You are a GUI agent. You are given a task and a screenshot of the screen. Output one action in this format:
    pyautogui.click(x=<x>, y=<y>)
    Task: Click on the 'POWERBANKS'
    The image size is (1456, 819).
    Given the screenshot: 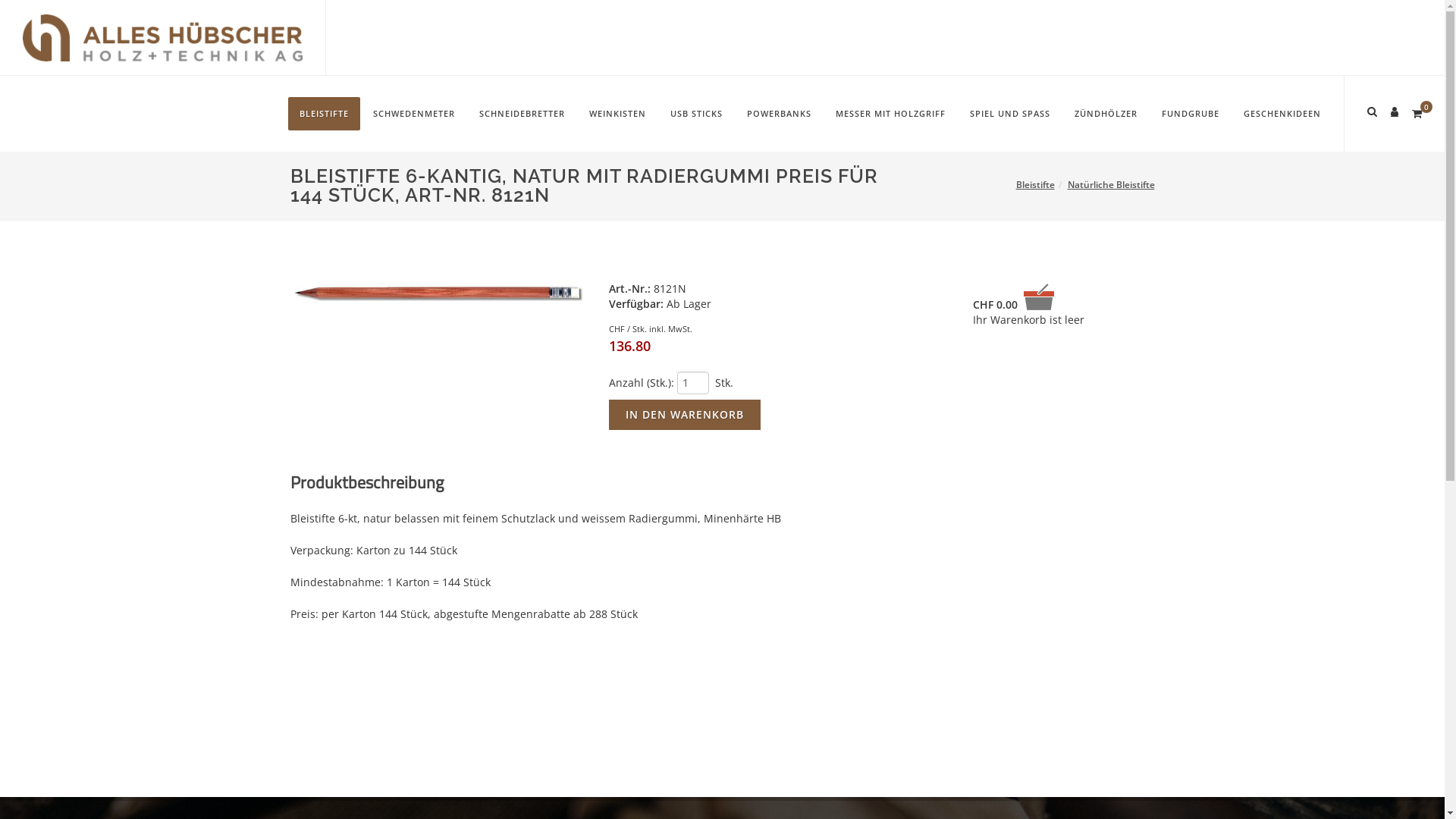 What is the action you would take?
    pyautogui.click(x=779, y=113)
    